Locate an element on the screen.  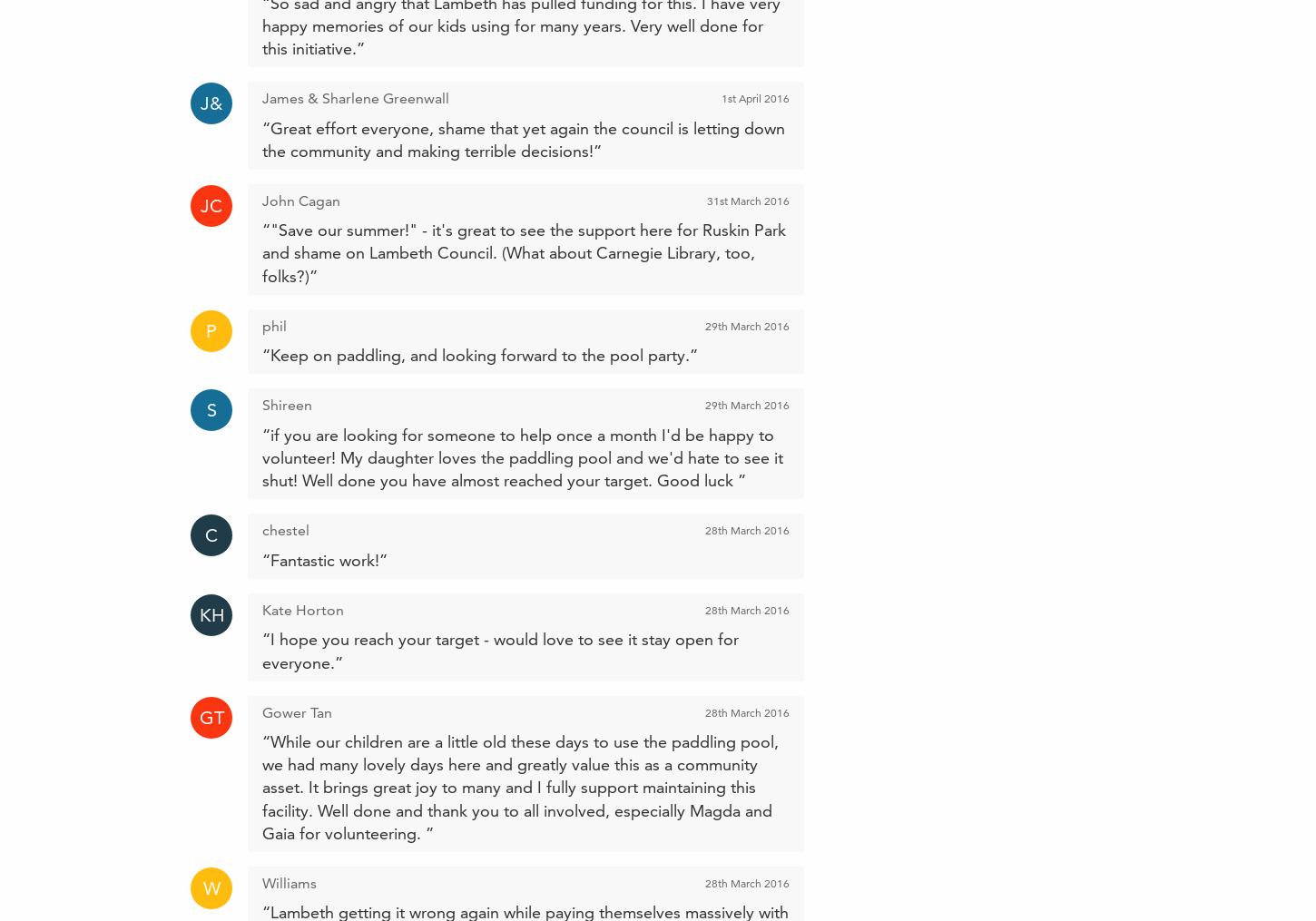
'Fantastic work!' is located at coordinates (270, 558).